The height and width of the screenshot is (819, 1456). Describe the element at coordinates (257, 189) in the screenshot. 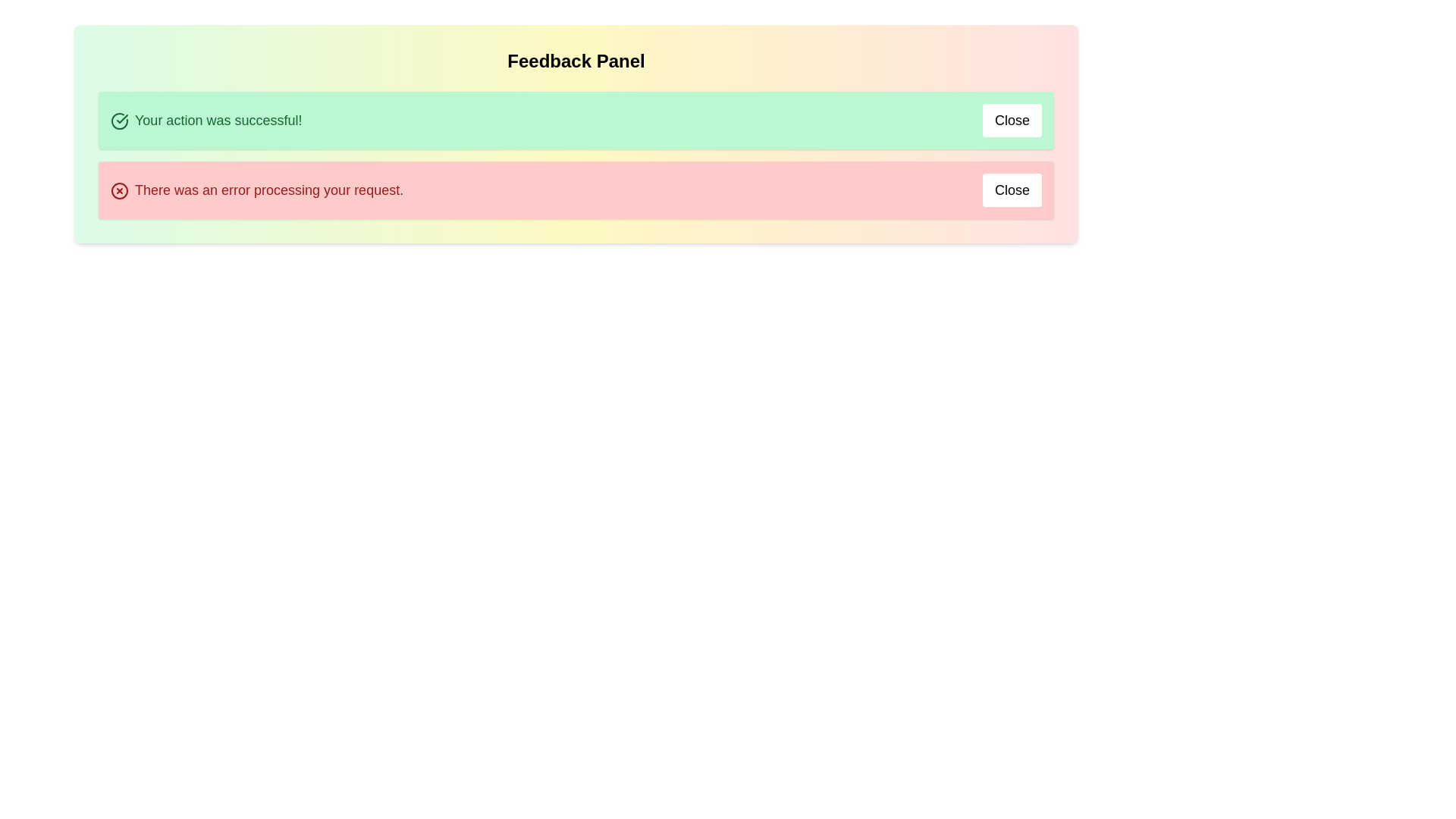

I see `the error message displayed in white text on a red background, which is the leftmost component in the red notification bar of the feedback panel` at that location.